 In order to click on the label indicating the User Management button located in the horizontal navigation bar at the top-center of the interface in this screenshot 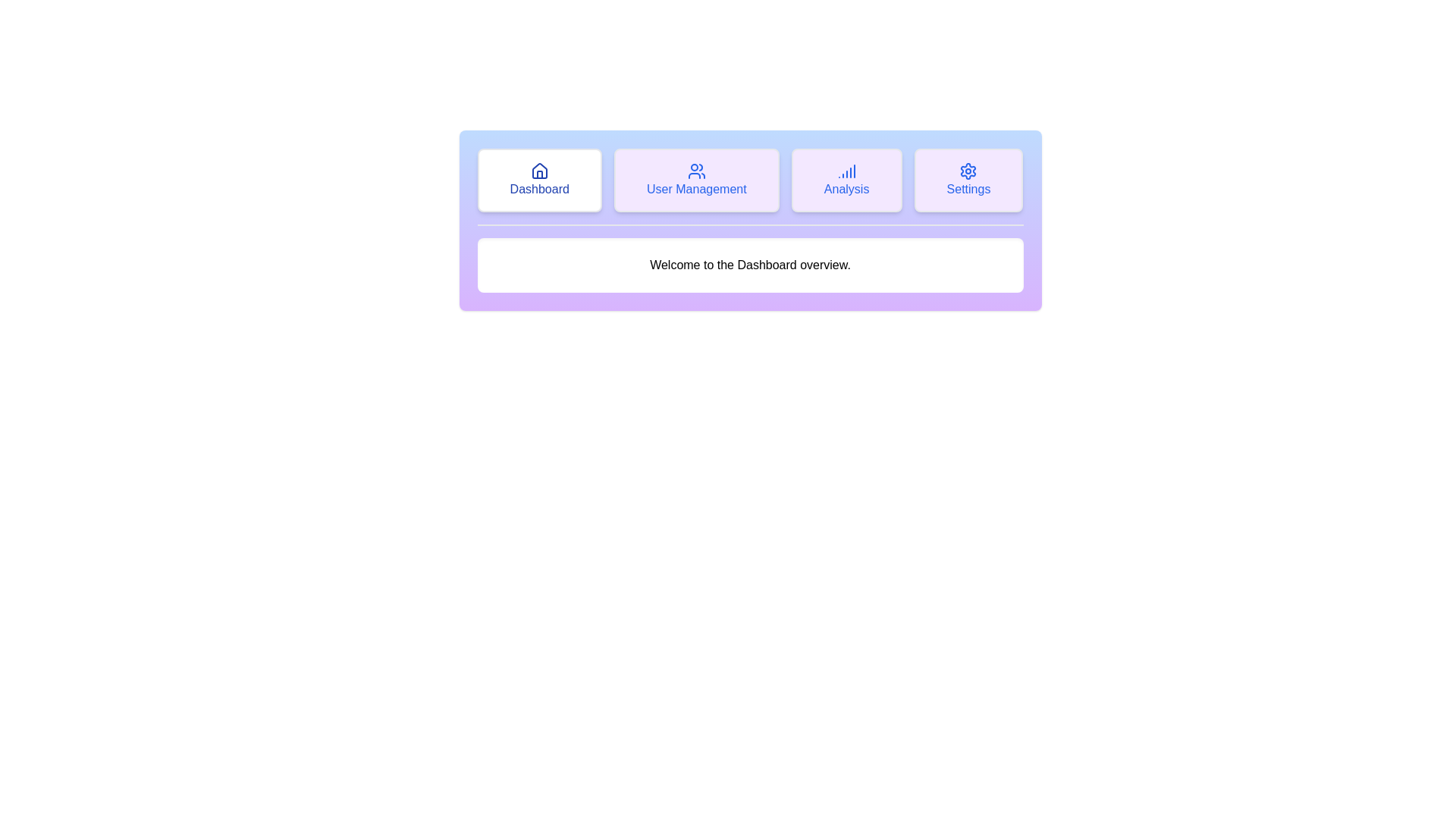, I will do `click(695, 189)`.